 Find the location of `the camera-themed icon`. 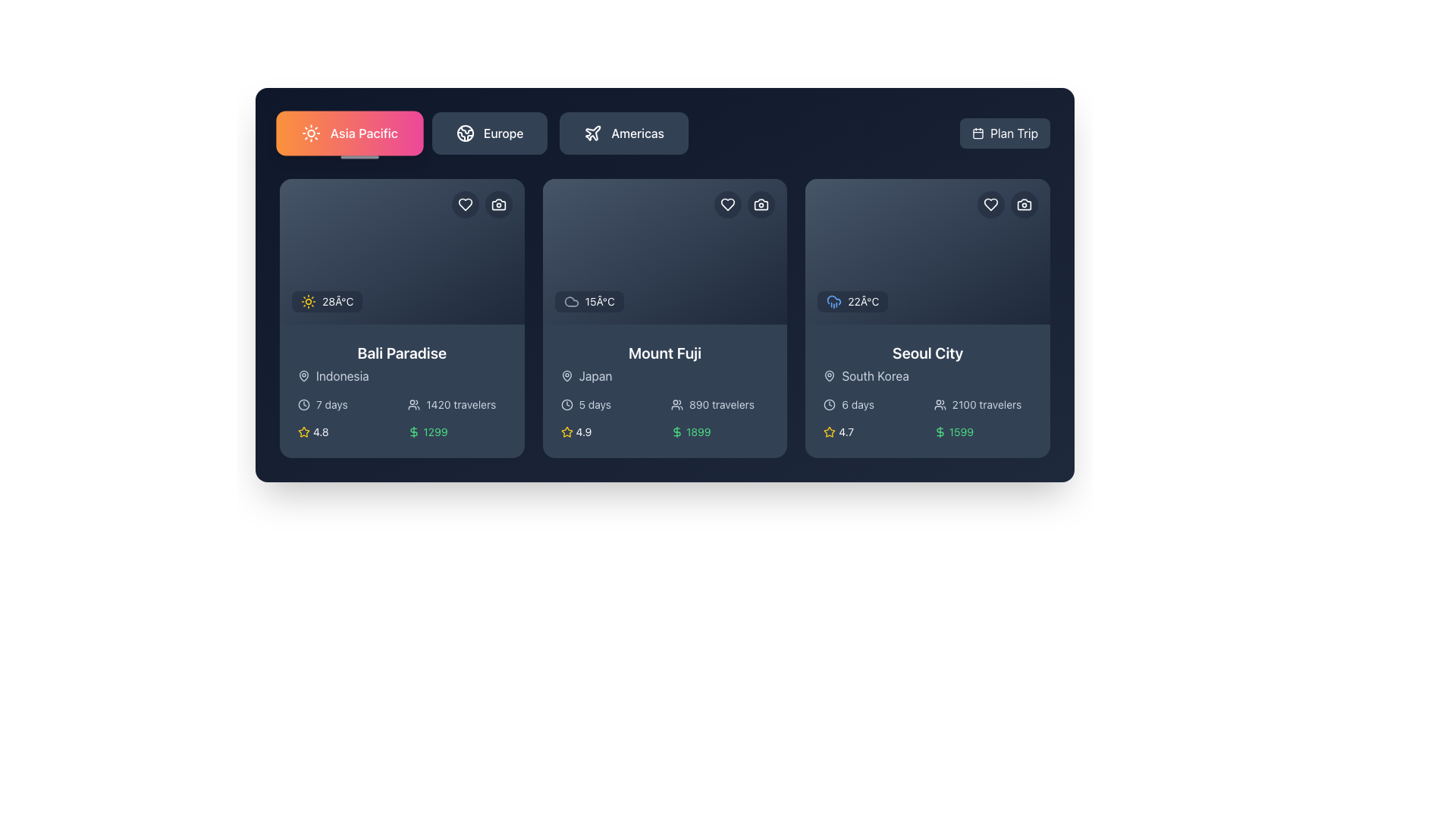

the camera-themed icon is located at coordinates (761, 205).